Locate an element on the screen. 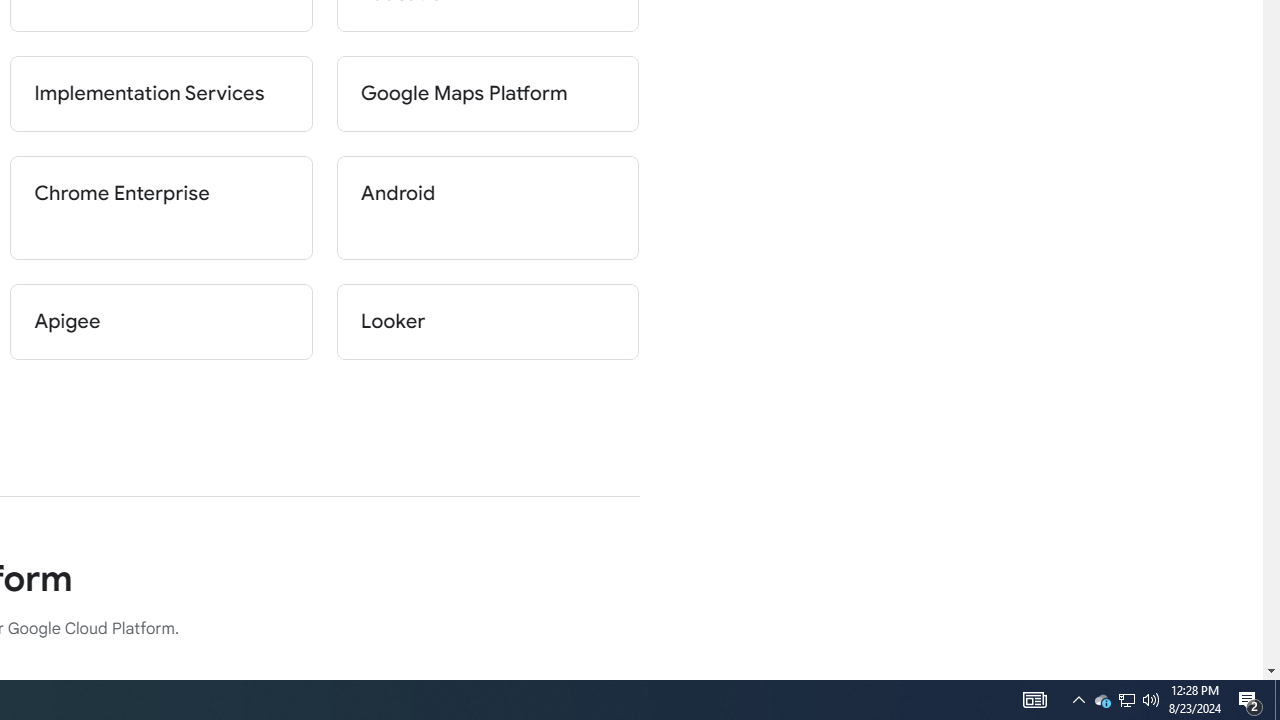 Image resolution: width=1280 pixels, height=720 pixels. 'Google Maps Platform' is located at coordinates (487, 93).